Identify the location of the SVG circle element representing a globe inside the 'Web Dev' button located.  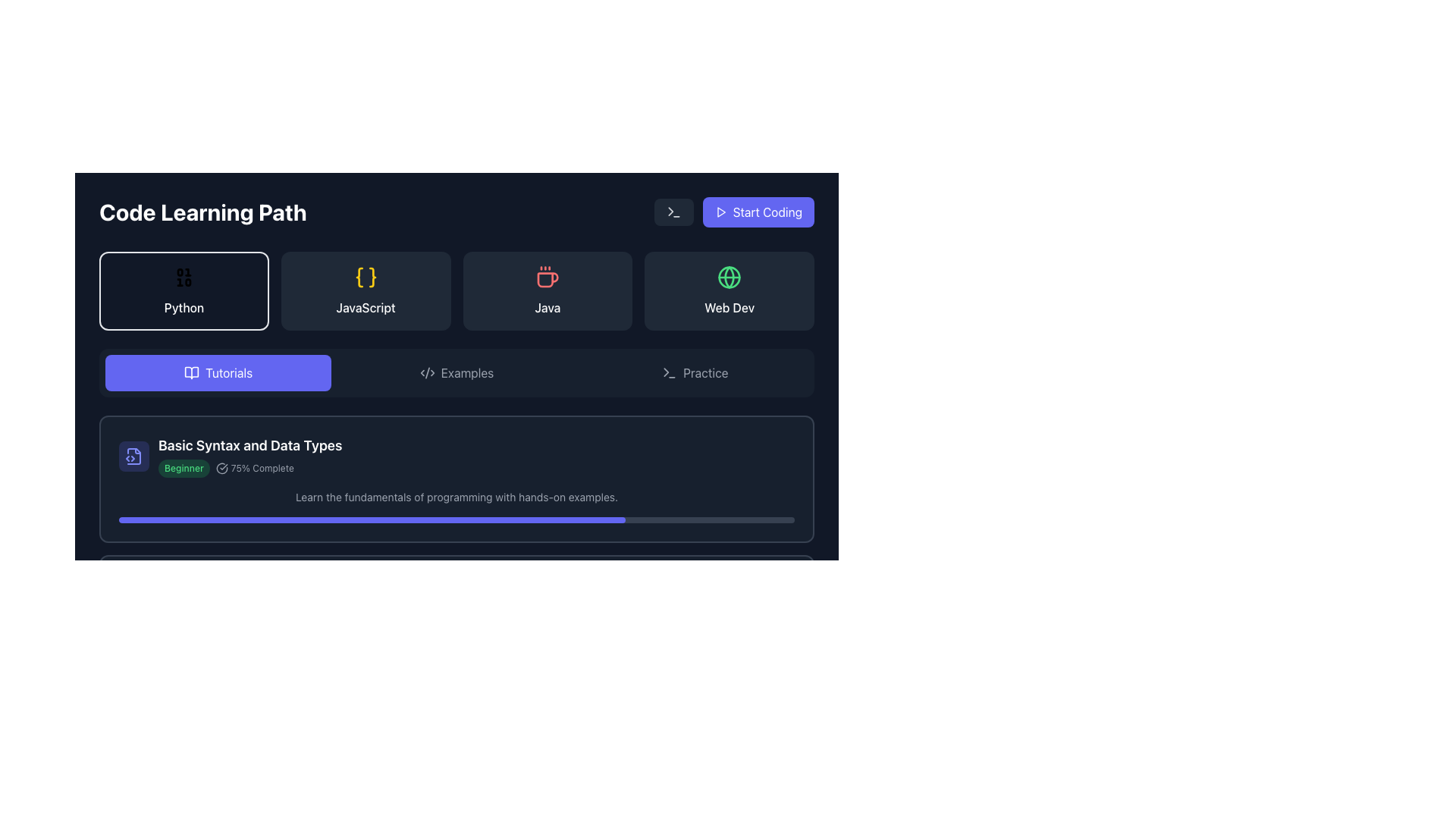
(730, 278).